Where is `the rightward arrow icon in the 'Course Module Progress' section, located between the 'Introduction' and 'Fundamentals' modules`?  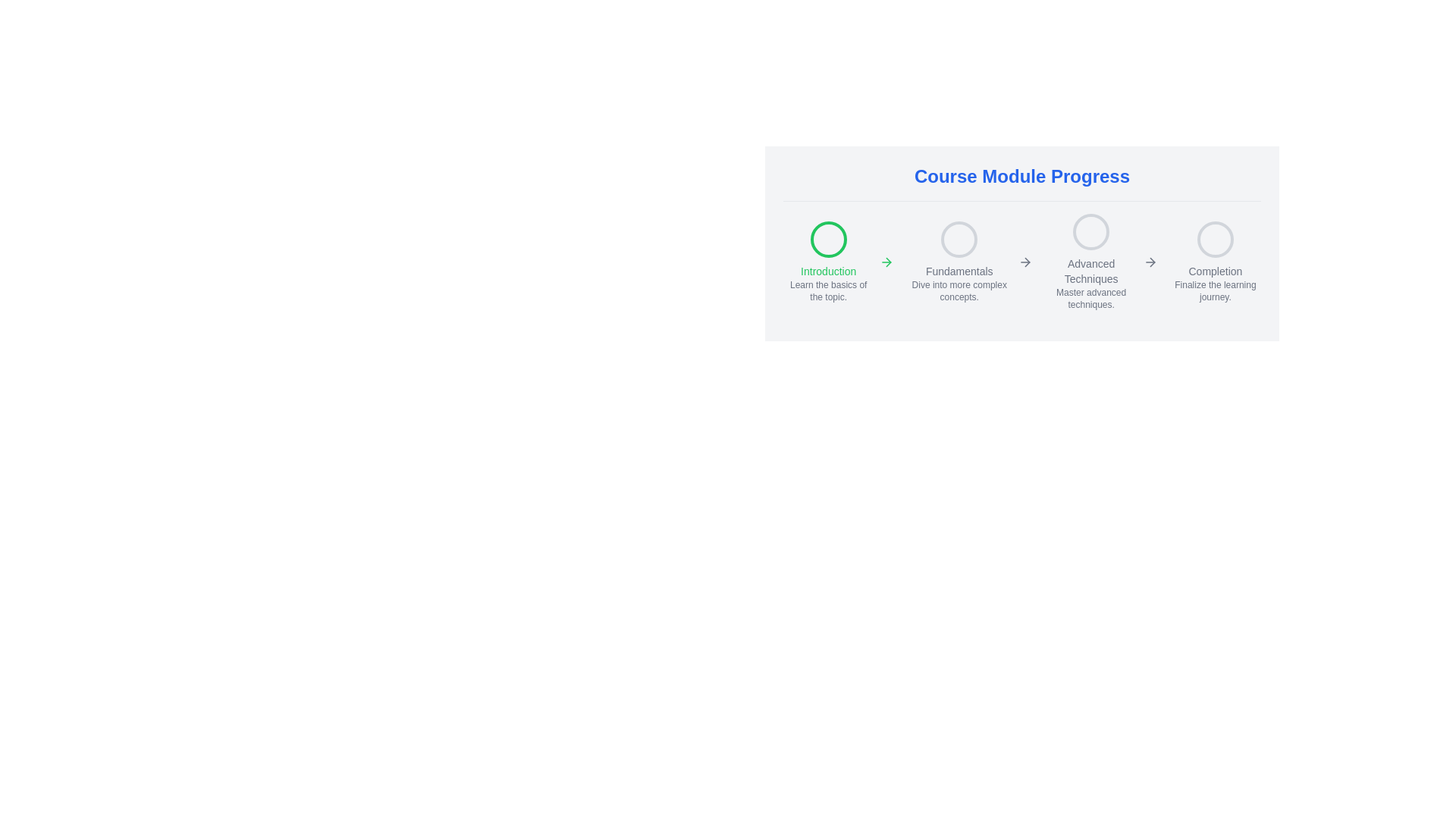 the rightward arrow icon in the 'Course Module Progress' section, located between the 'Introduction' and 'Fundamentals' modules is located at coordinates (889, 262).